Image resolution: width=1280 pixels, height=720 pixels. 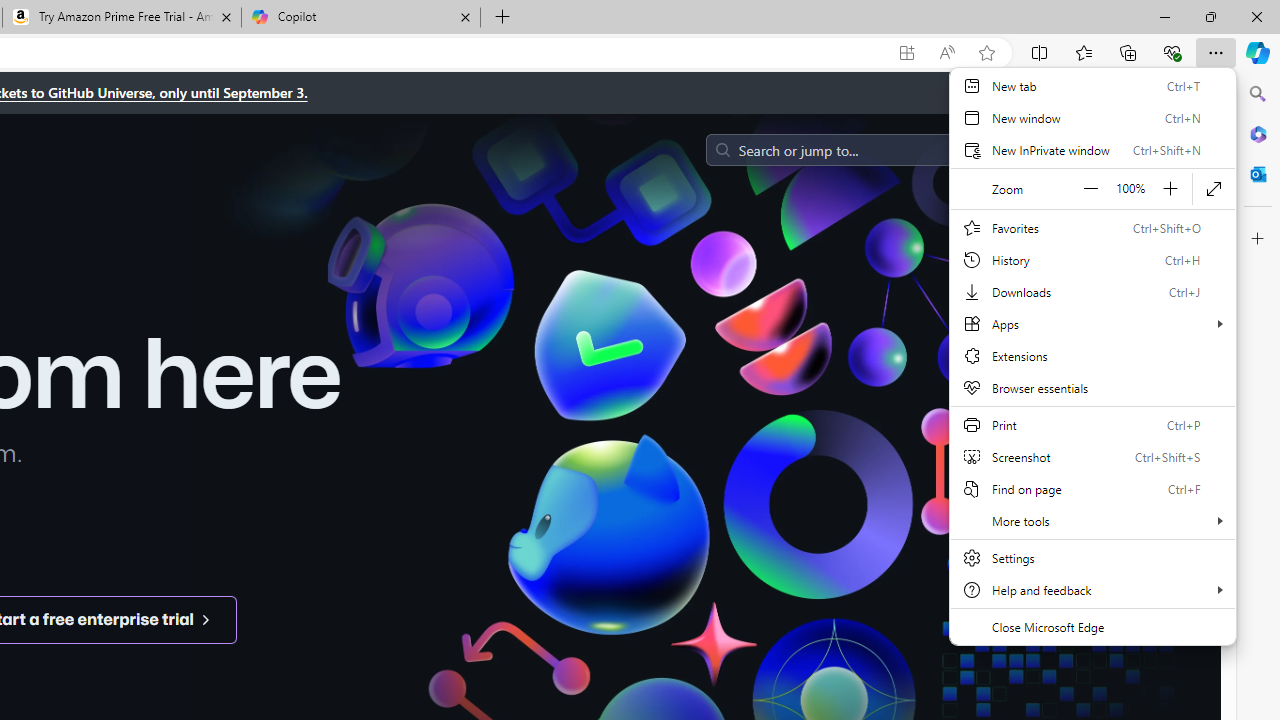 I want to click on 'Extensions', so click(x=1092, y=355).